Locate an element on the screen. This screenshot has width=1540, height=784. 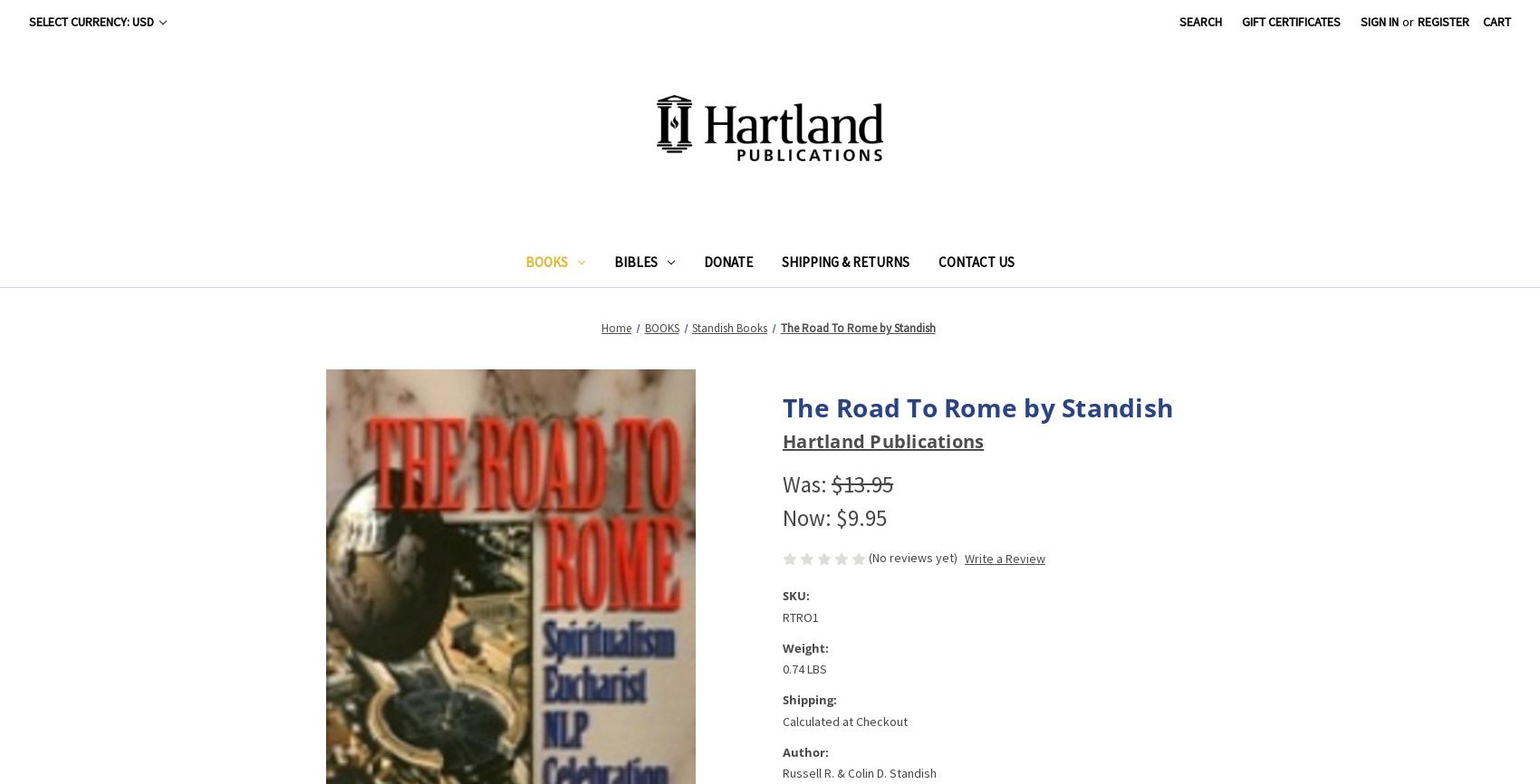
'Shipping & Returns' is located at coordinates (844, 260).